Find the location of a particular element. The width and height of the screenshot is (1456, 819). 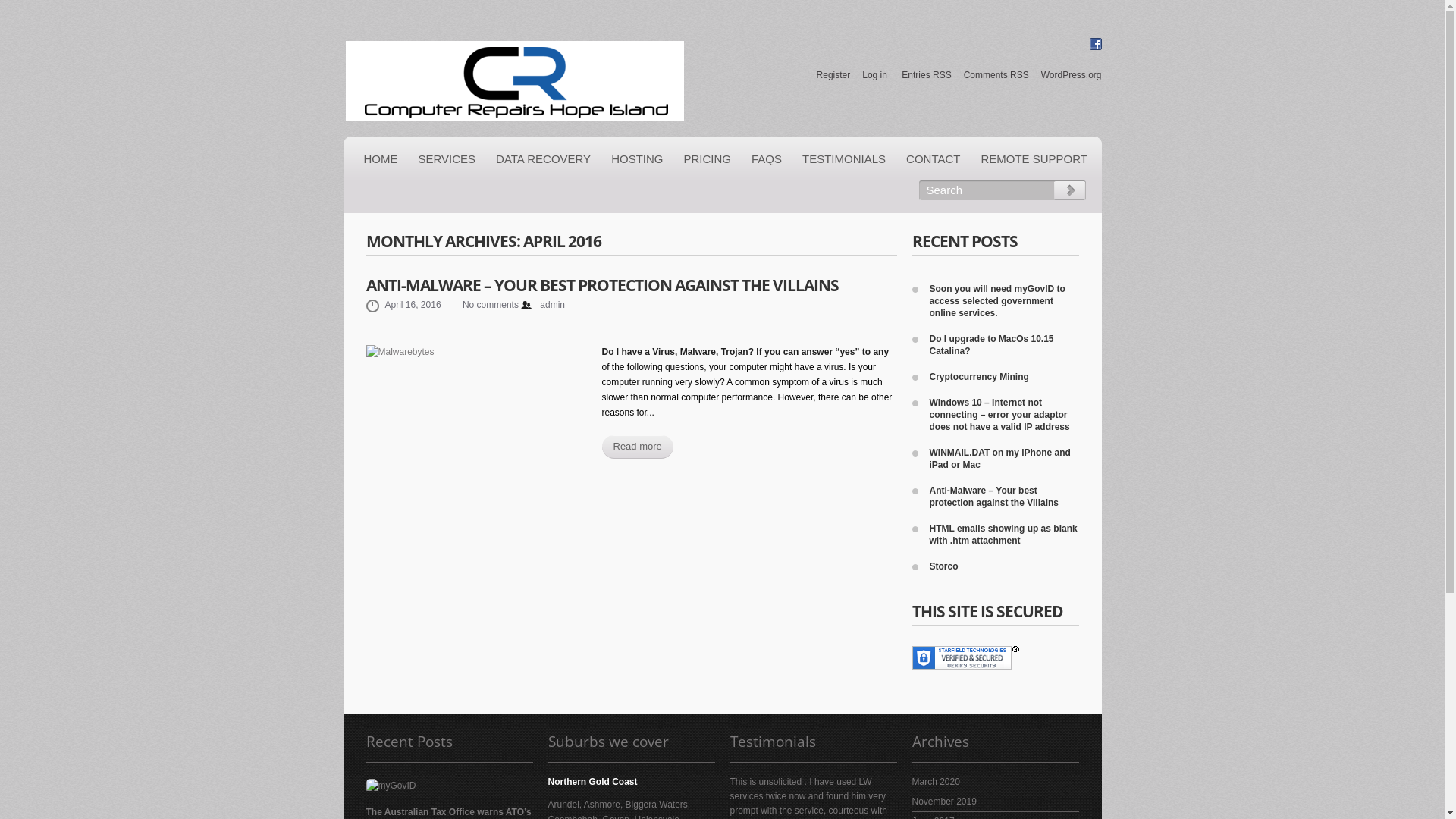

'WordPress.org' is located at coordinates (1070, 75).